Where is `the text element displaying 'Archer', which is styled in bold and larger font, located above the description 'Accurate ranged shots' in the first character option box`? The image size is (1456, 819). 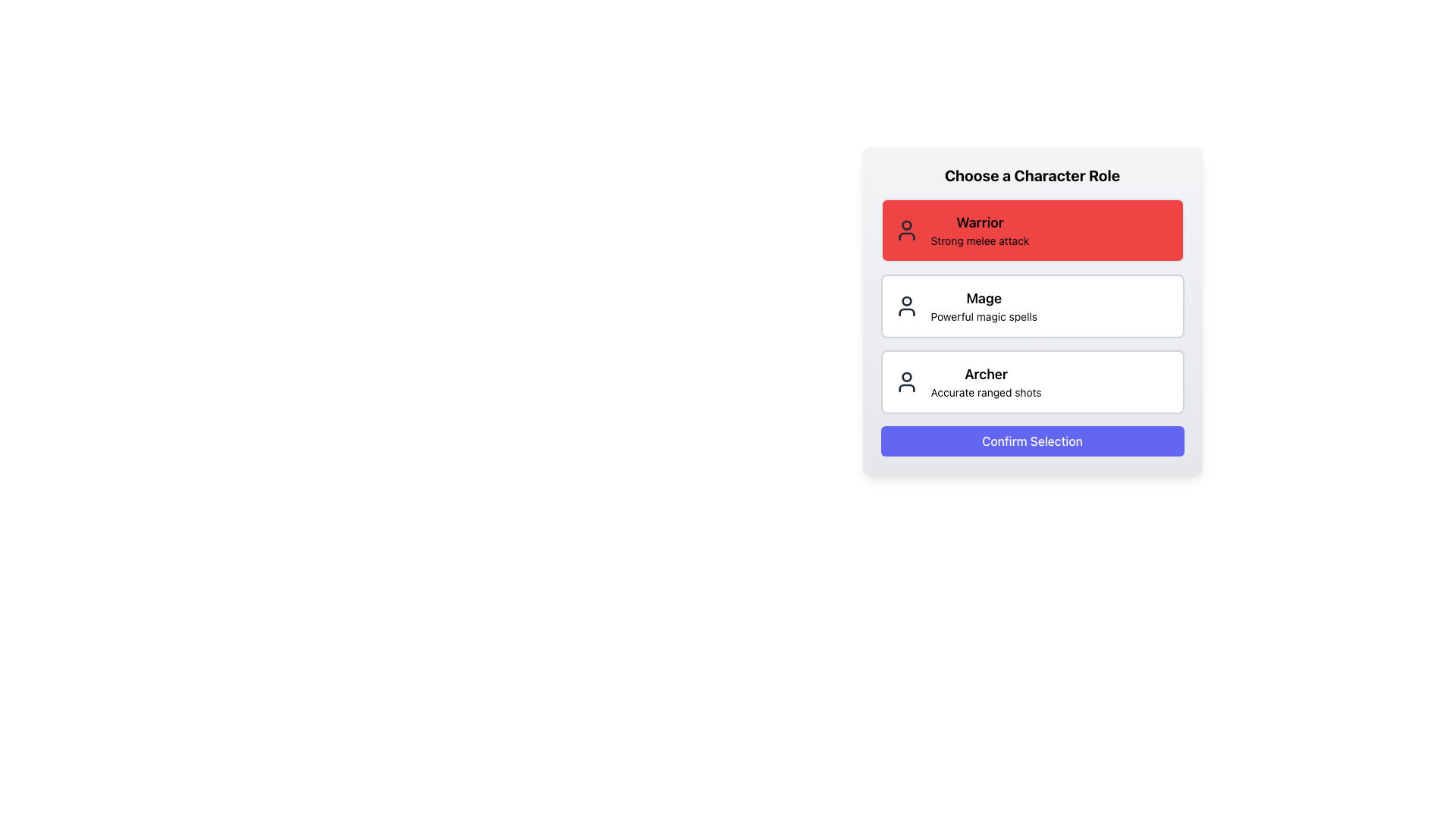 the text element displaying 'Archer', which is styled in bold and larger font, located above the description 'Accurate ranged shots' in the first character option box is located at coordinates (986, 374).